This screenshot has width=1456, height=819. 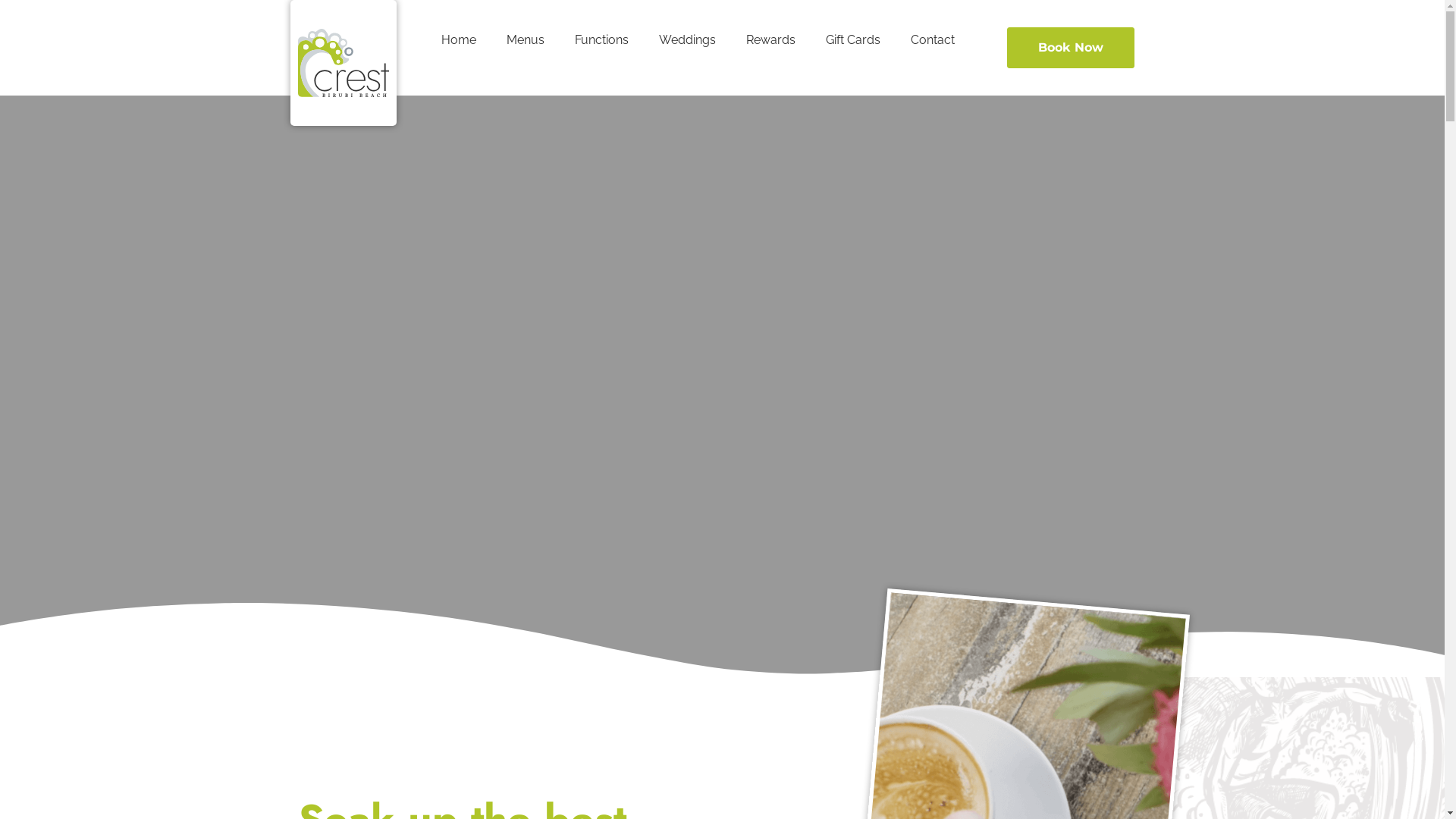 I want to click on 'Functions', so click(x=559, y=39).